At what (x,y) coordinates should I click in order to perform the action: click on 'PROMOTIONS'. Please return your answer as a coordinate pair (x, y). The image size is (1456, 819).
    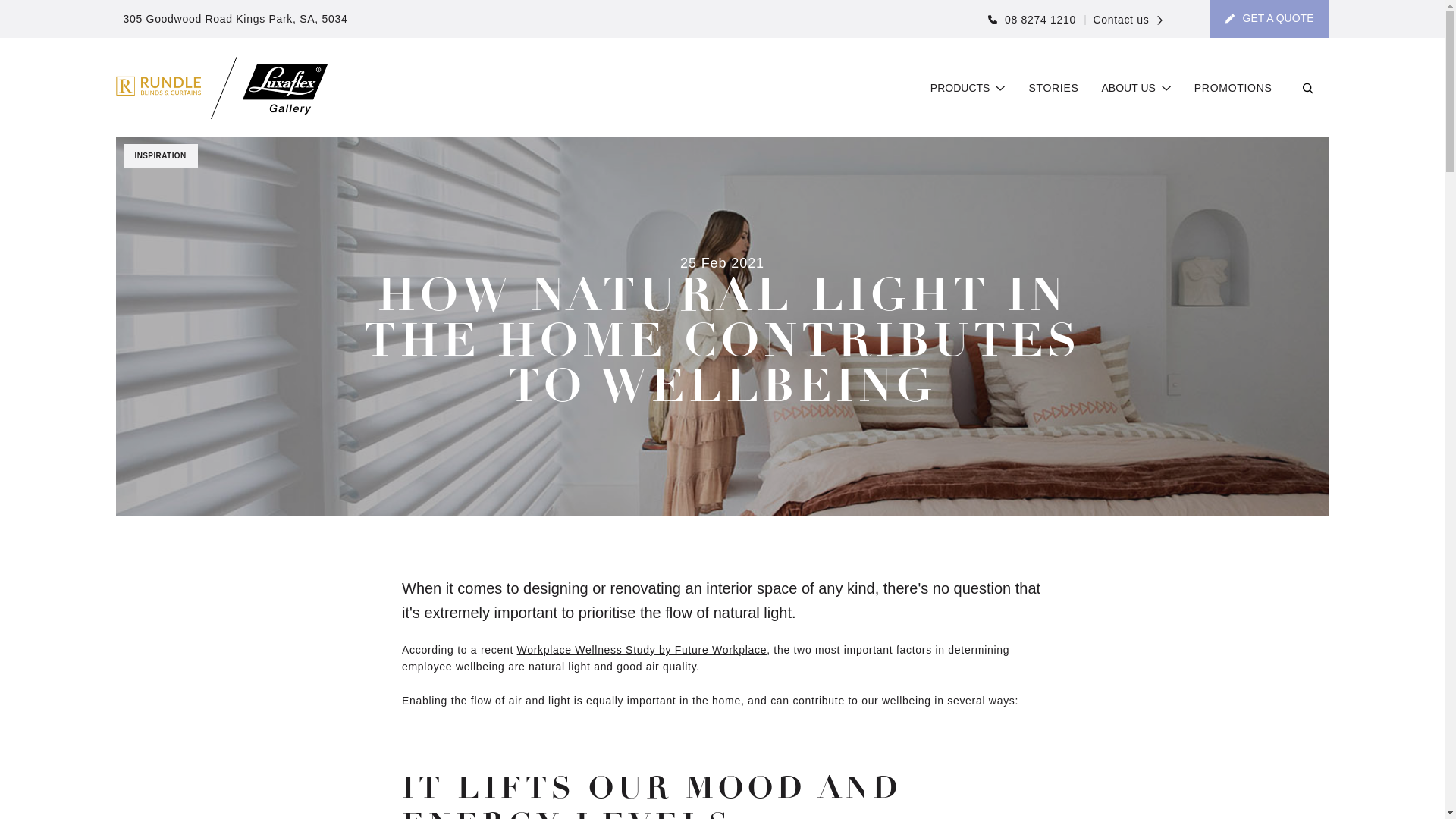
    Looking at the image, I should click on (1233, 88).